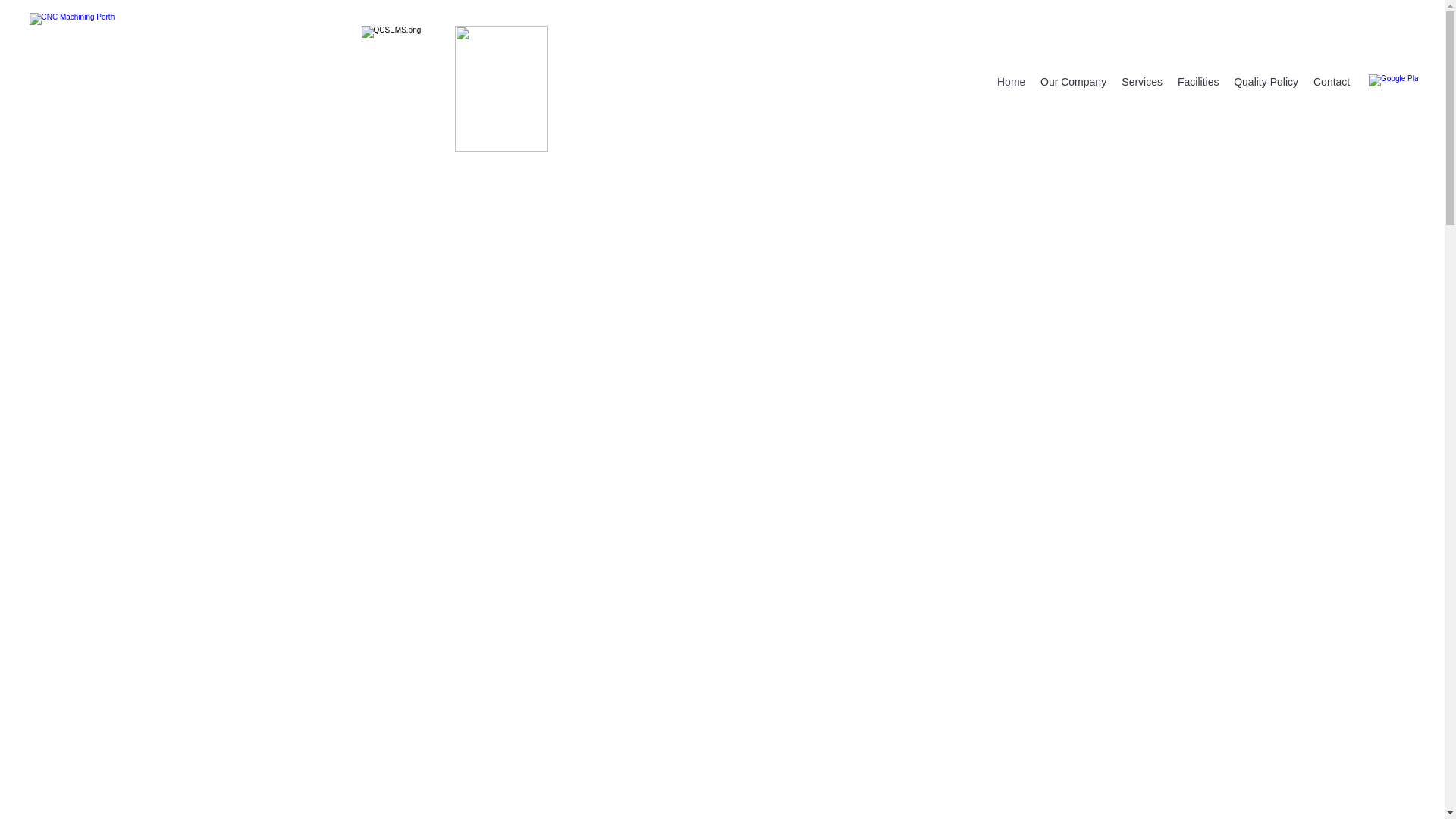  What do you see at coordinates (1266, 82) in the screenshot?
I see `'Quality Policy'` at bounding box center [1266, 82].